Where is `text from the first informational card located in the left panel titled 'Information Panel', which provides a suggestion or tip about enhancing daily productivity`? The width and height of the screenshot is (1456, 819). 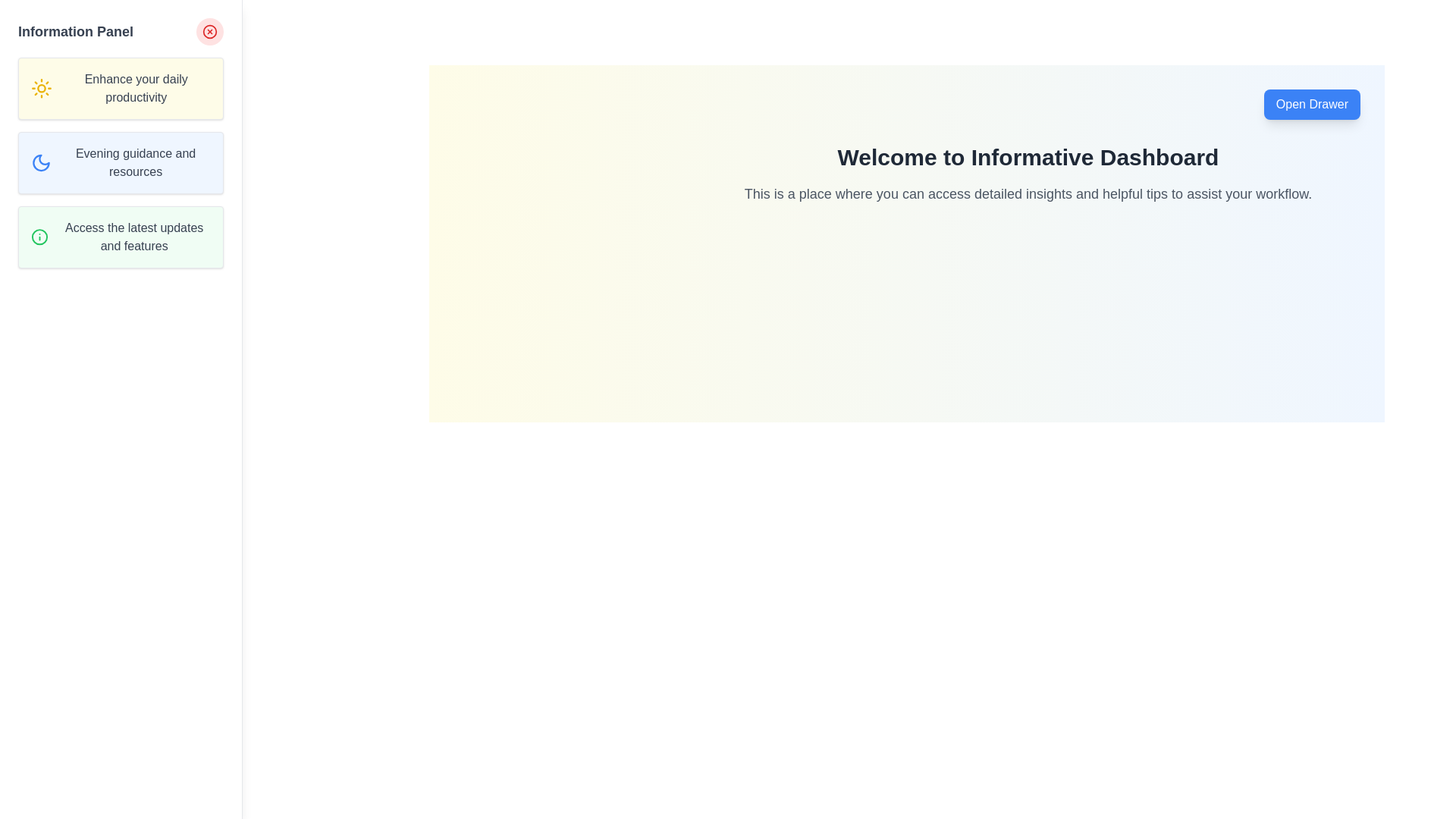 text from the first informational card located in the left panel titled 'Information Panel', which provides a suggestion or tip about enhancing daily productivity is located at coordinates (120, 88).